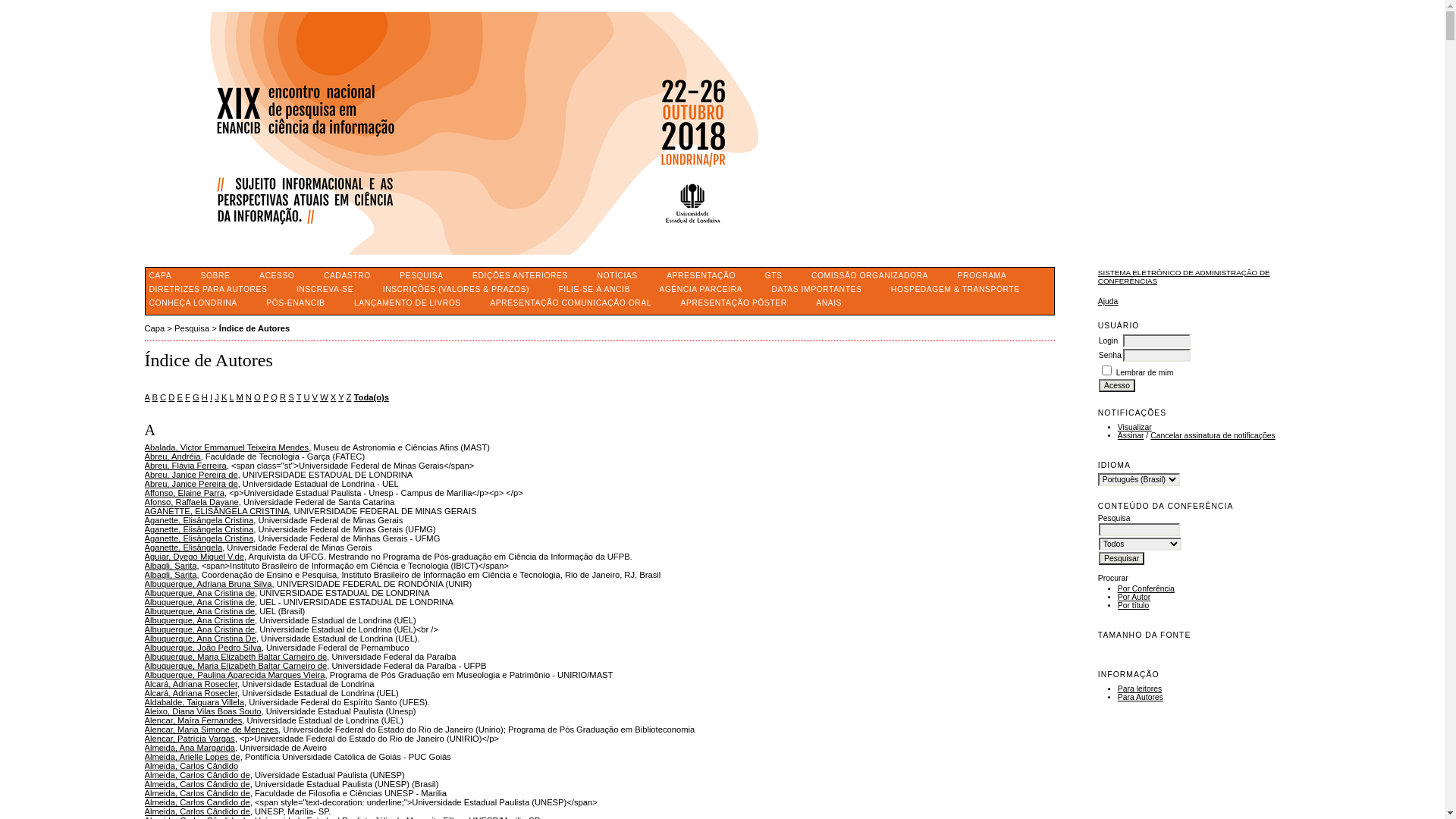  I want to click on 'Visualizar', so click(1117, 427).